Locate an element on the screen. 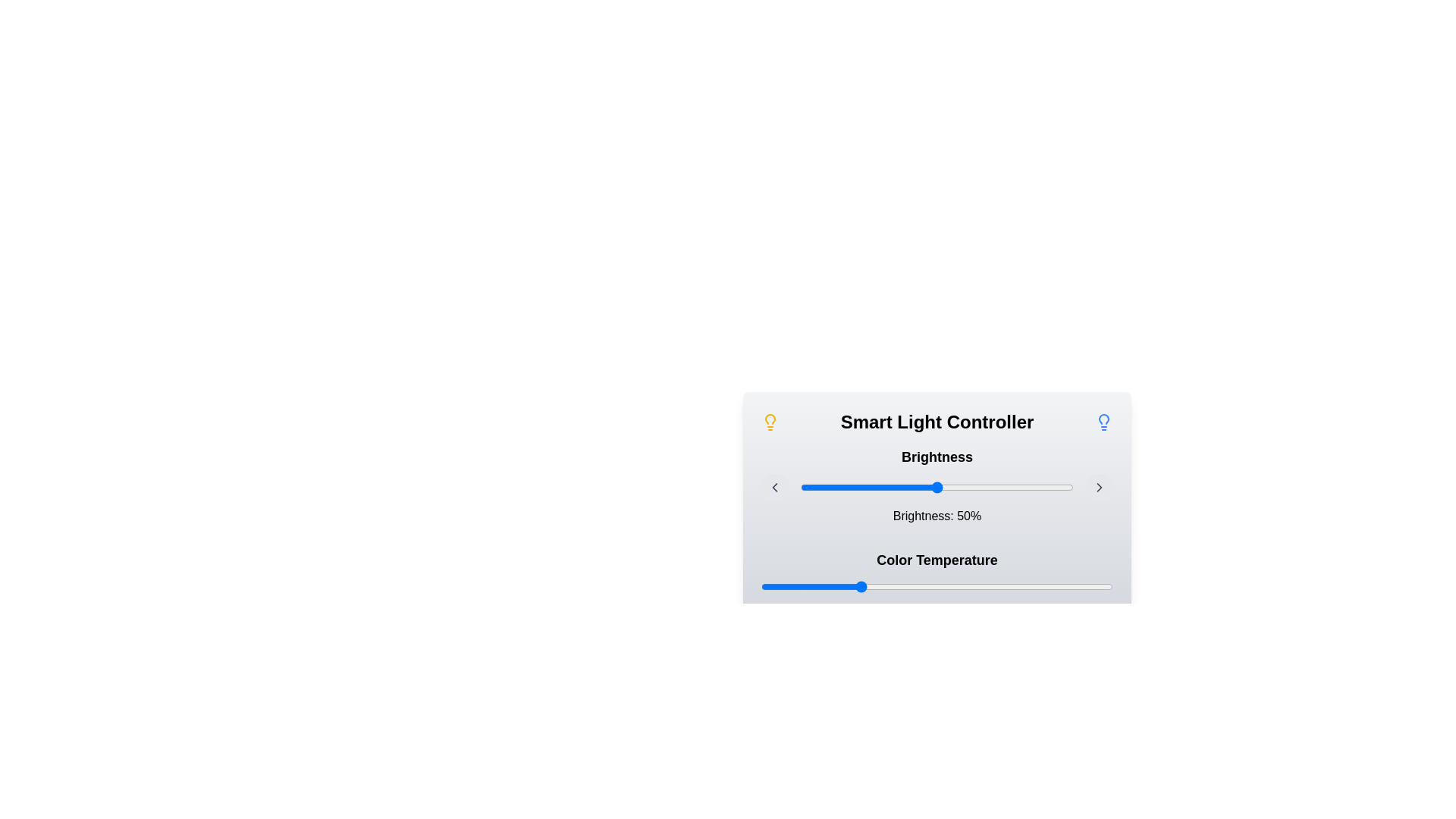 The width and height of the screenshot is (1456, 819). the brightness is located at coordinates (1016, 488).